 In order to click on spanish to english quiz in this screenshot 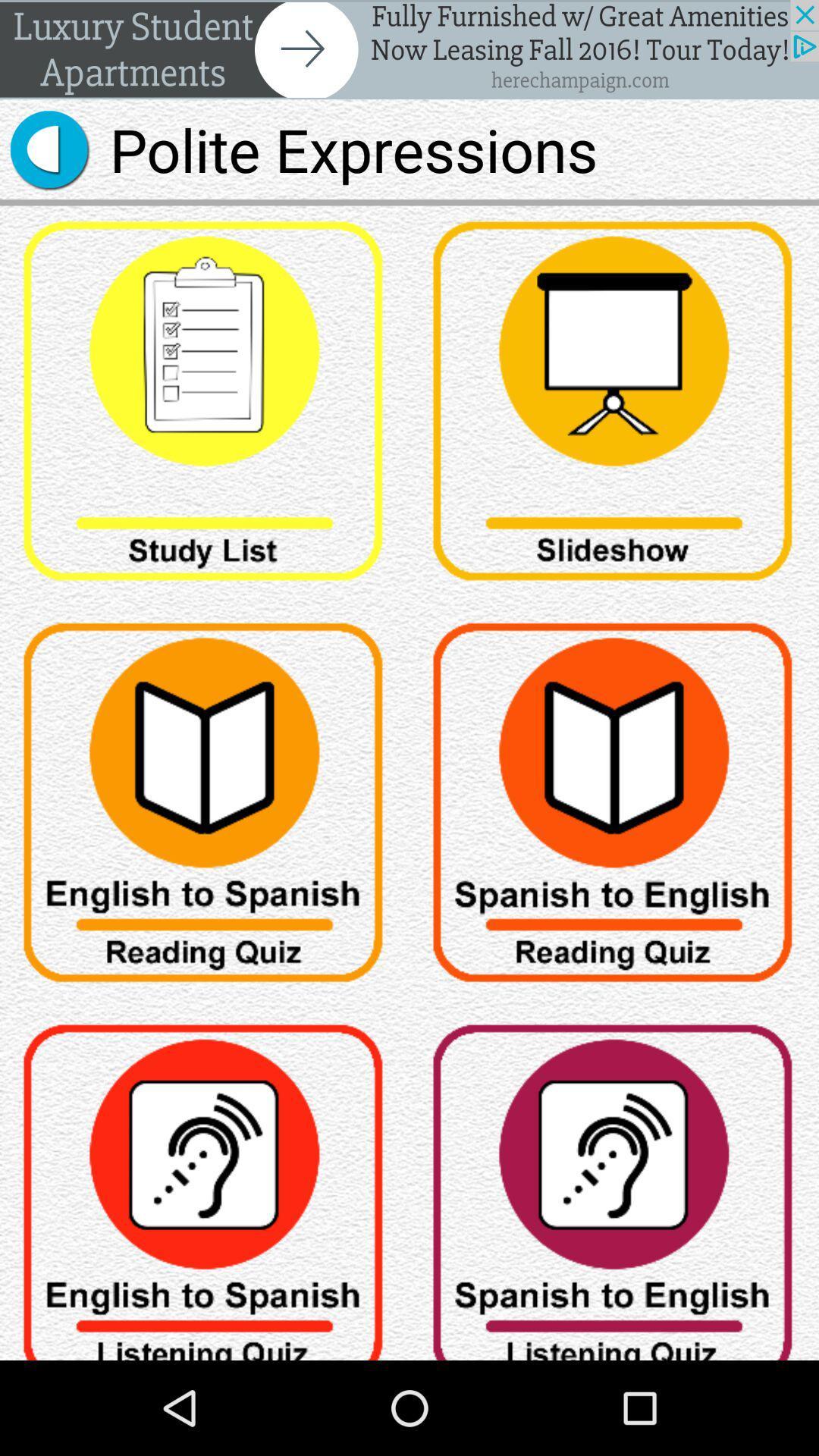, I will do `click(614, 807)`.